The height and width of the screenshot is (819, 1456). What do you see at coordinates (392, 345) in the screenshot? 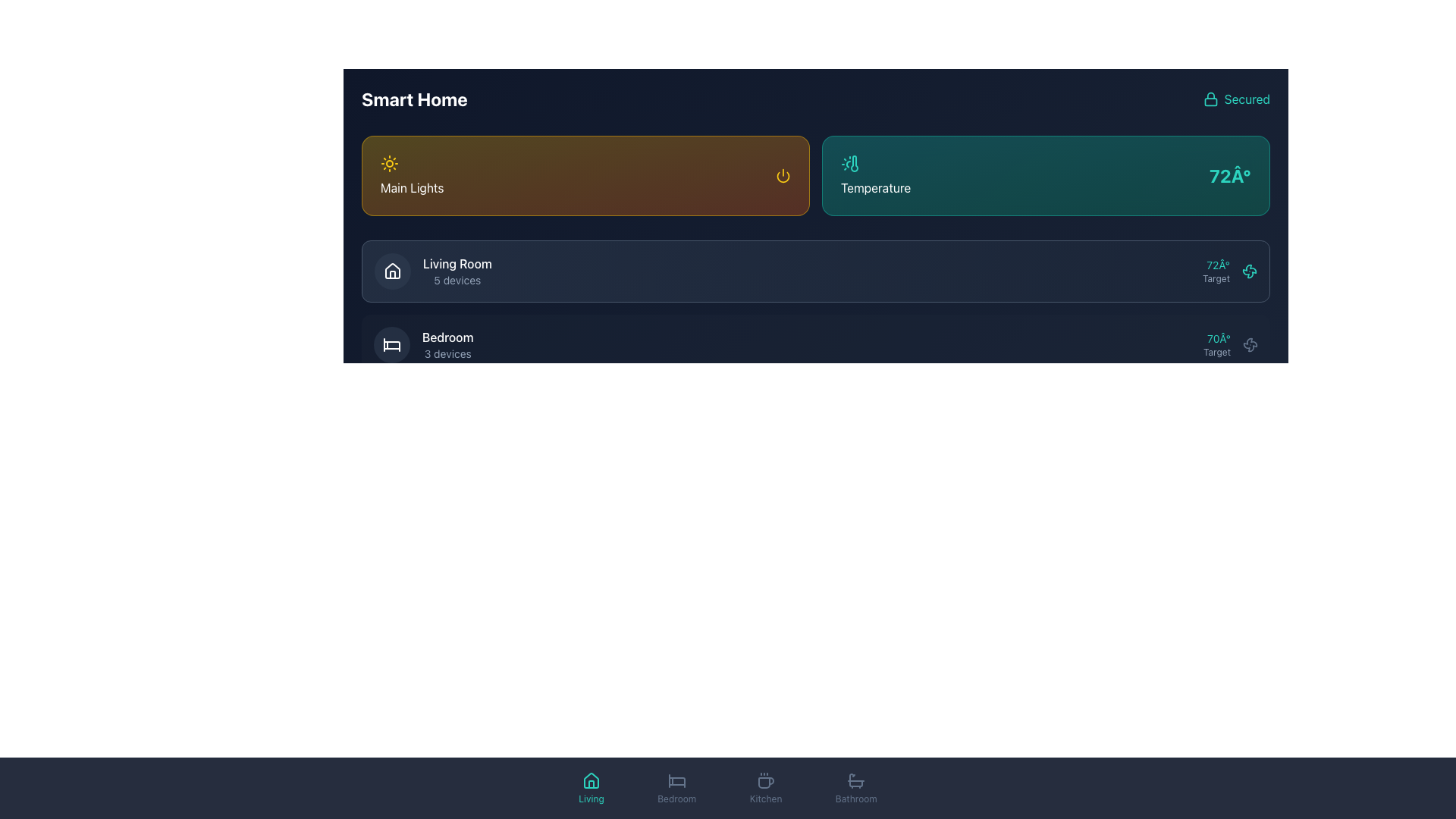
I see `the bed icon, which is a monochrome line-based SVG graphic within a circular dark-gray background, located in the lower-left segment of the 'Bedroom' section card` at bounding box center [392, 345].